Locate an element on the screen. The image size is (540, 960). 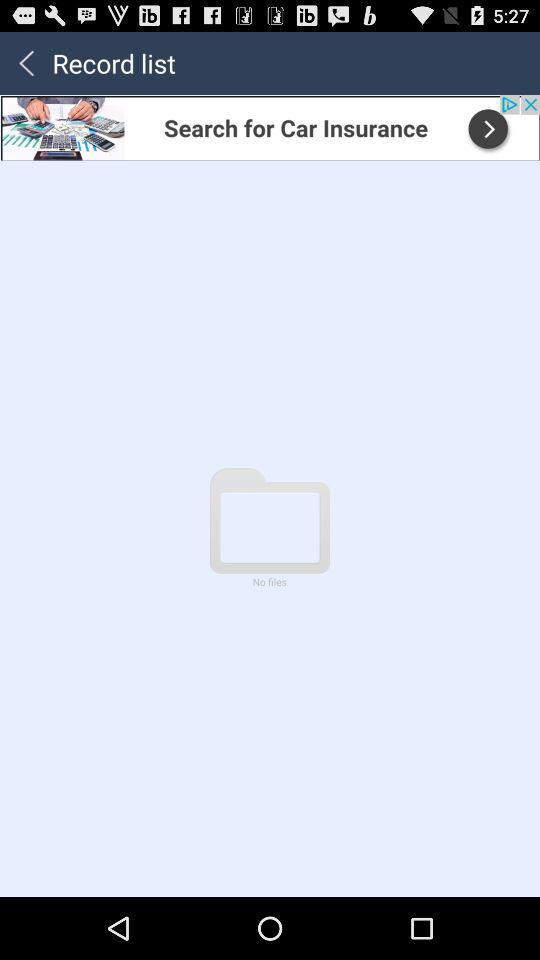
previous is located at coordinates (25, 62).